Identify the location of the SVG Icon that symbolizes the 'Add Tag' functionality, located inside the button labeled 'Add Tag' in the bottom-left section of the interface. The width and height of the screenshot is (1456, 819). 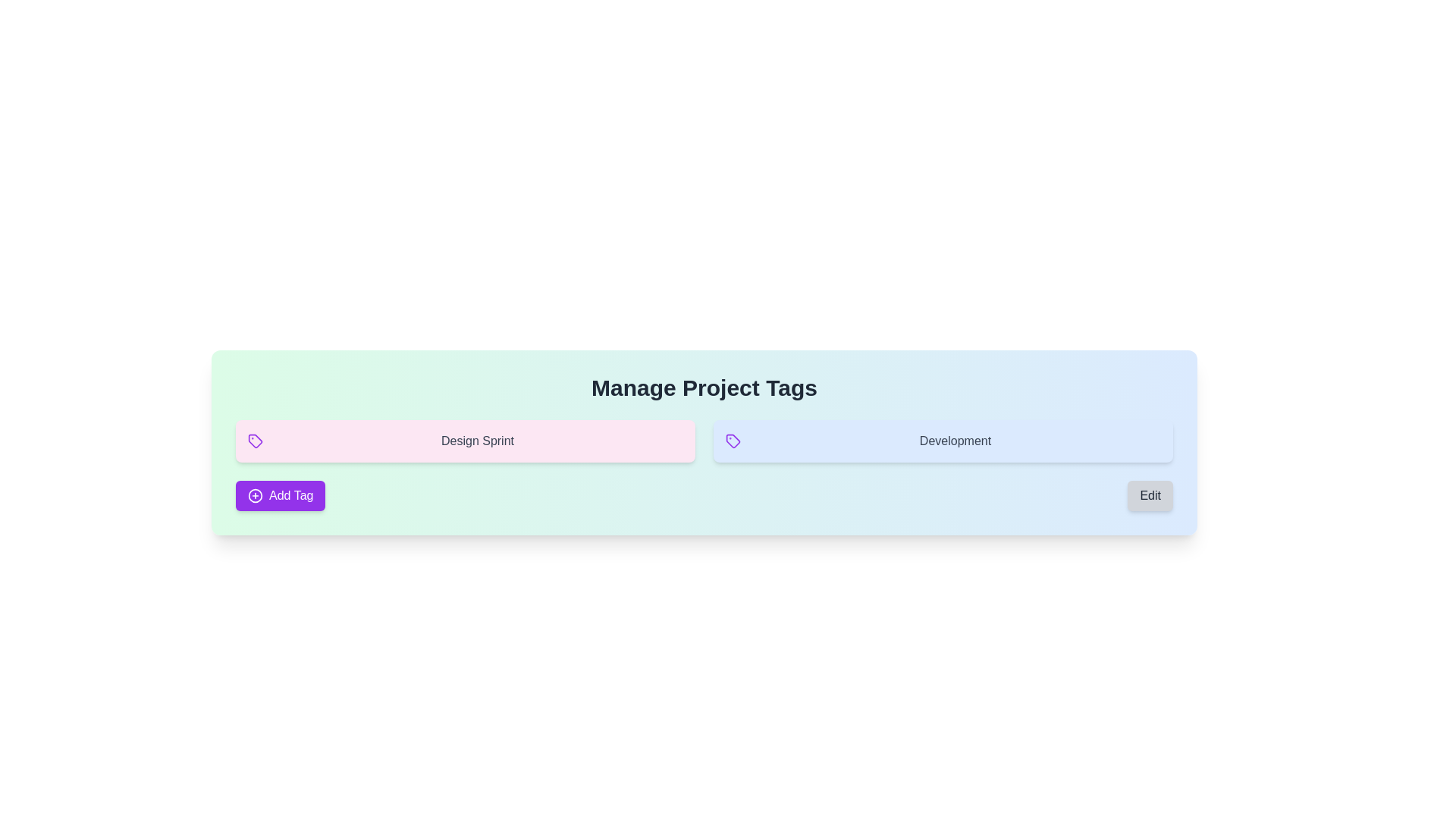
(255, 496).